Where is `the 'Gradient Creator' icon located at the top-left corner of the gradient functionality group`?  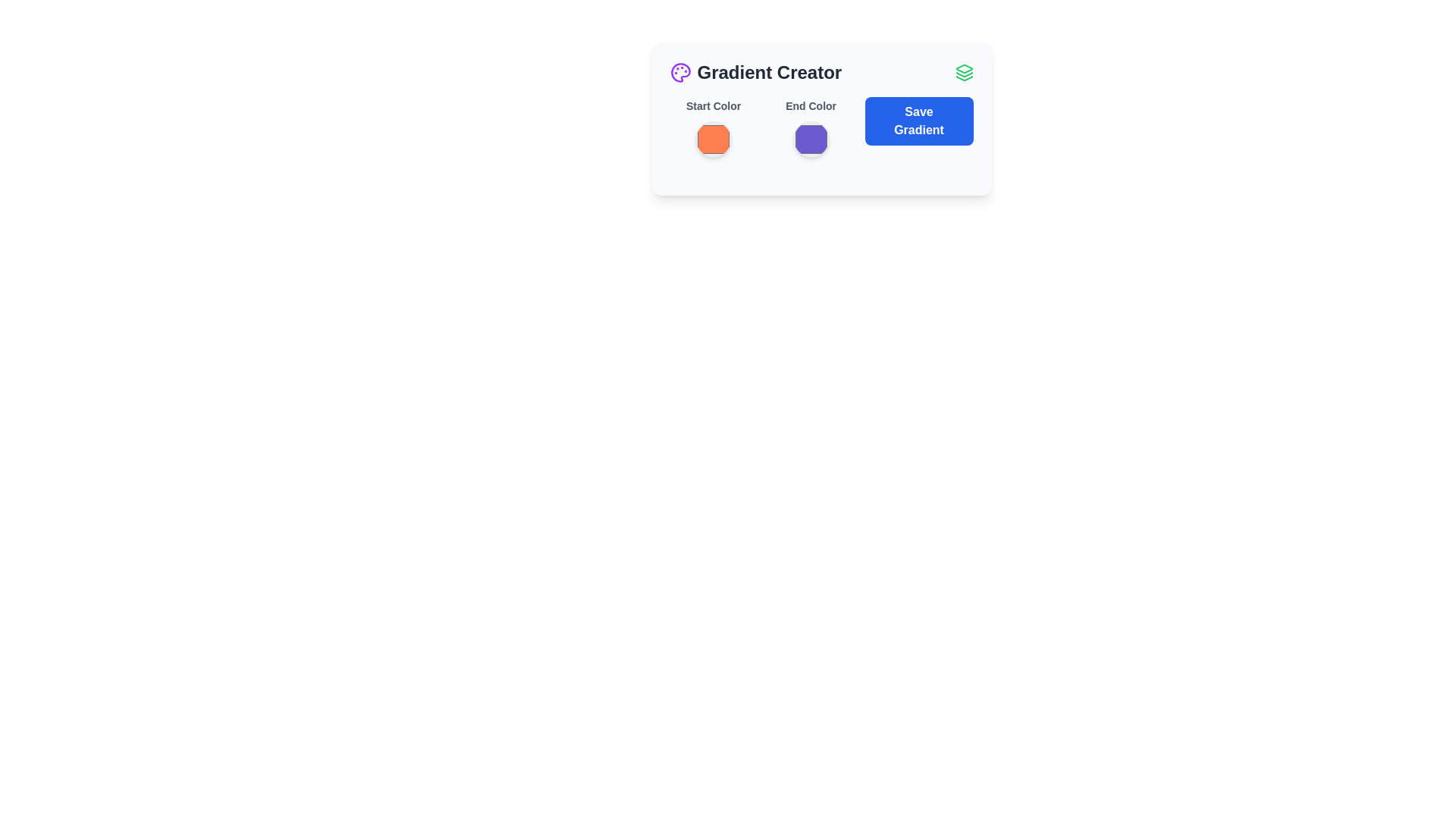
the 'Gradient Creator' icon located at the top-left corner of the gradient functionality group is located at coordinates (679, 73).